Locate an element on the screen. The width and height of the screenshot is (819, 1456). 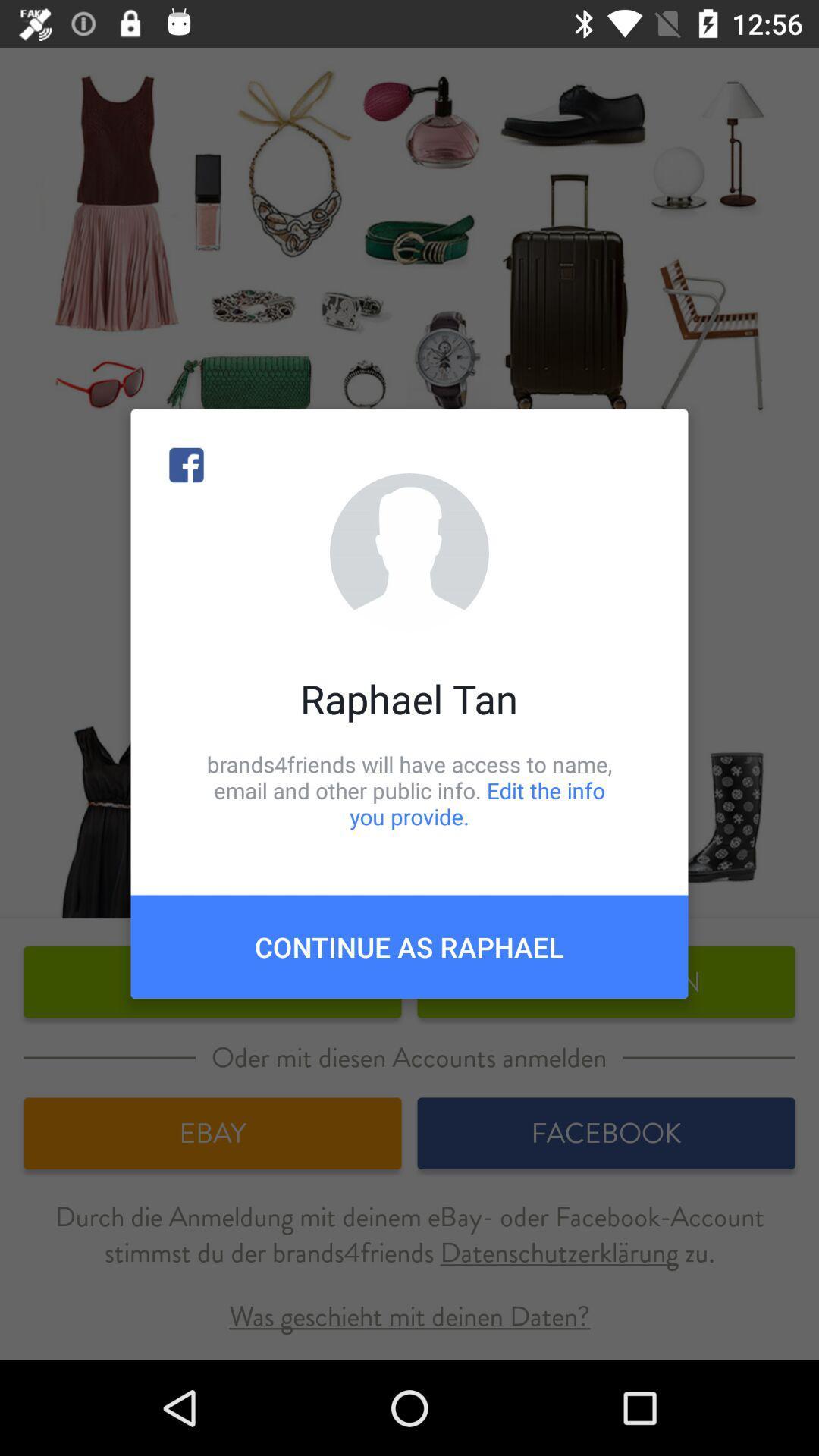
icon below the raphael tan is located at coordinates (409, 789).